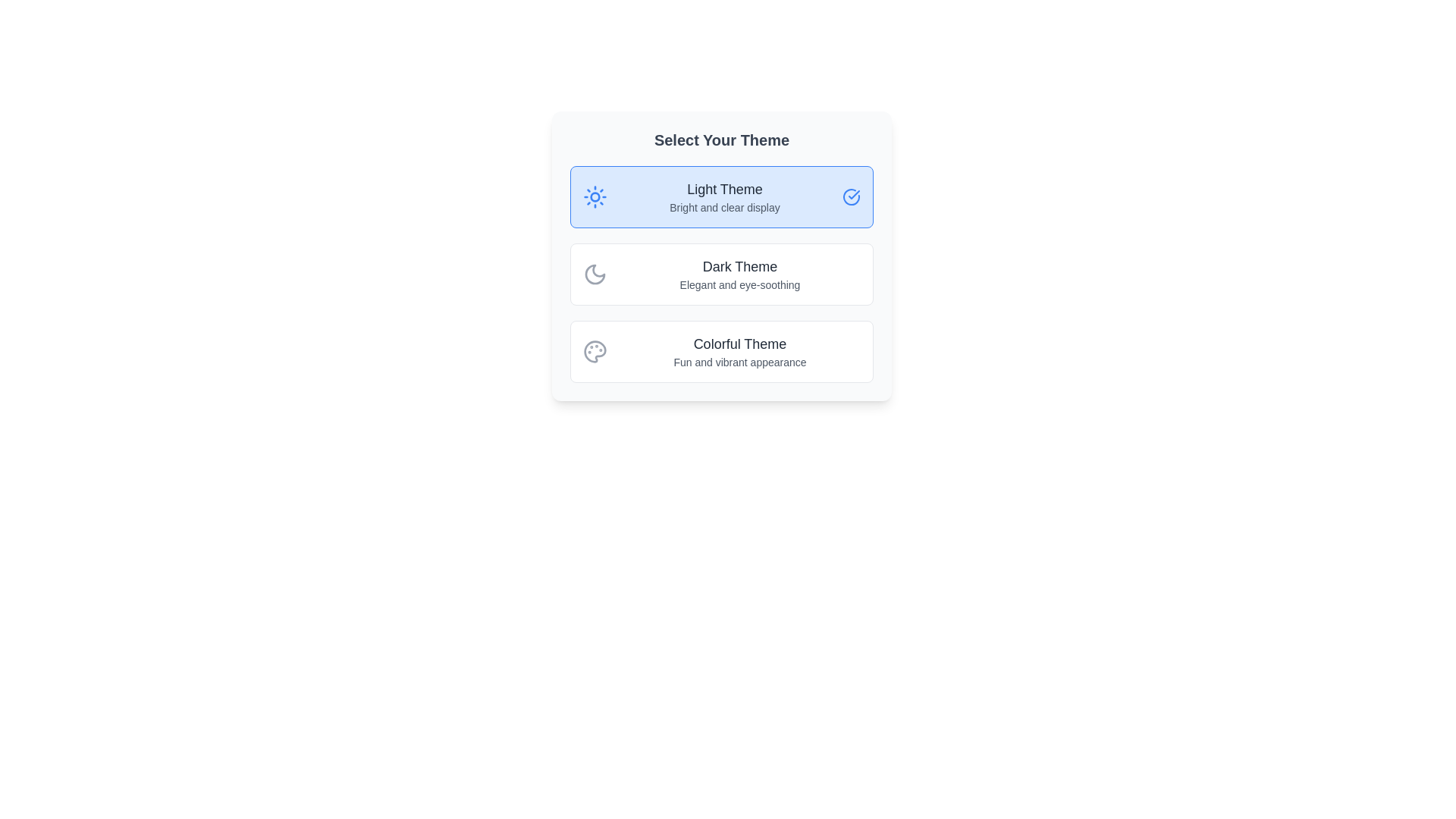 The image size is (1456, 819). I want to click on the text label displaying 'Dark Theme' which is prominently positioned in the middle of the 'Select Your Theme' panel, serving as the title for the second theme option, so click(739, 265).